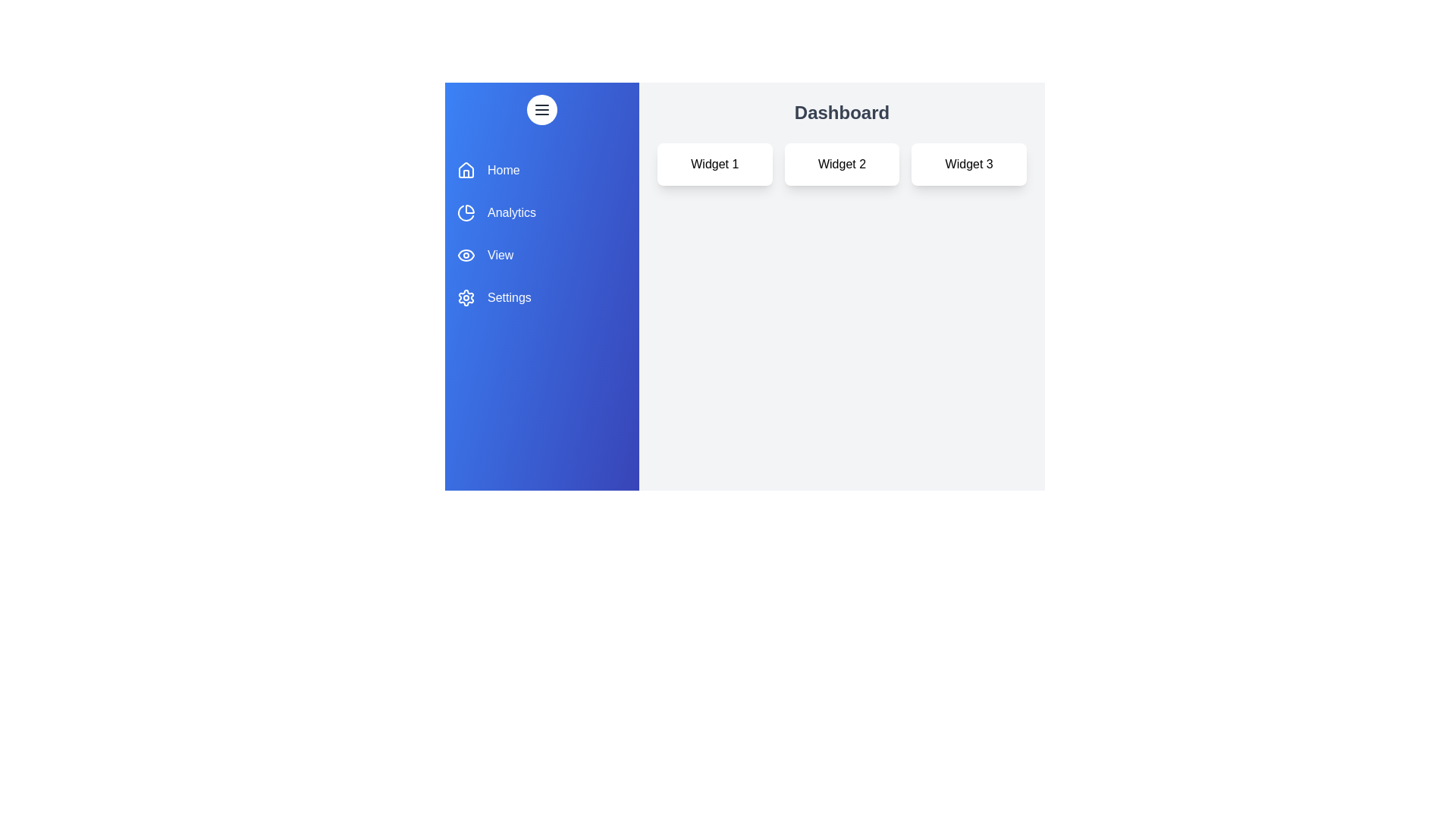 Image resolution: width=1456 pixels, height=819 pixels. What do you see at coordinates (542, 170) in the screenshot?
I see `the section Home in the drawer to highlight it` at bounding box center [542, 170].